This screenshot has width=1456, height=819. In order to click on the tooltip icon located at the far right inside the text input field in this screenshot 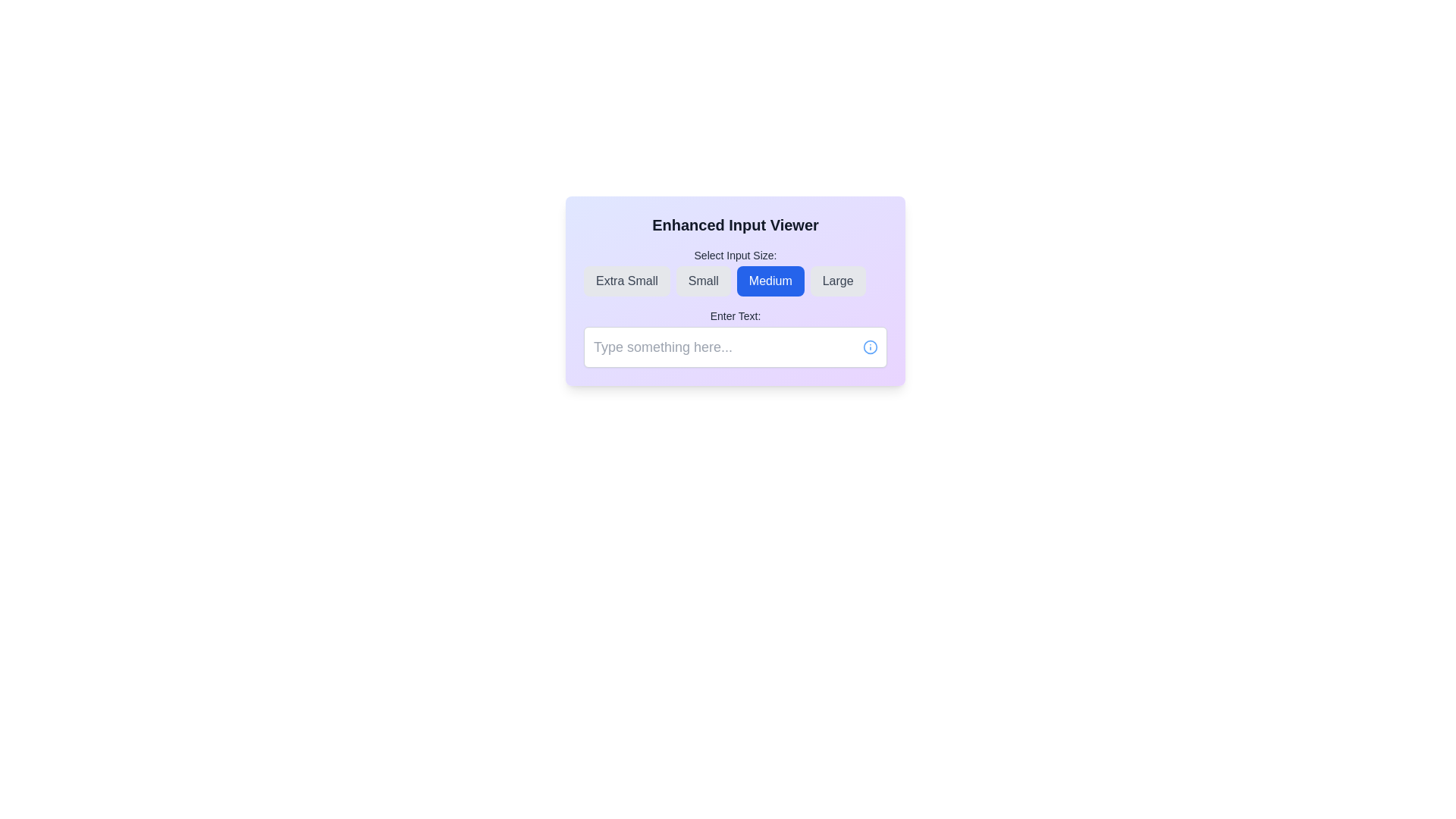, I will do `click(870, 347)`.